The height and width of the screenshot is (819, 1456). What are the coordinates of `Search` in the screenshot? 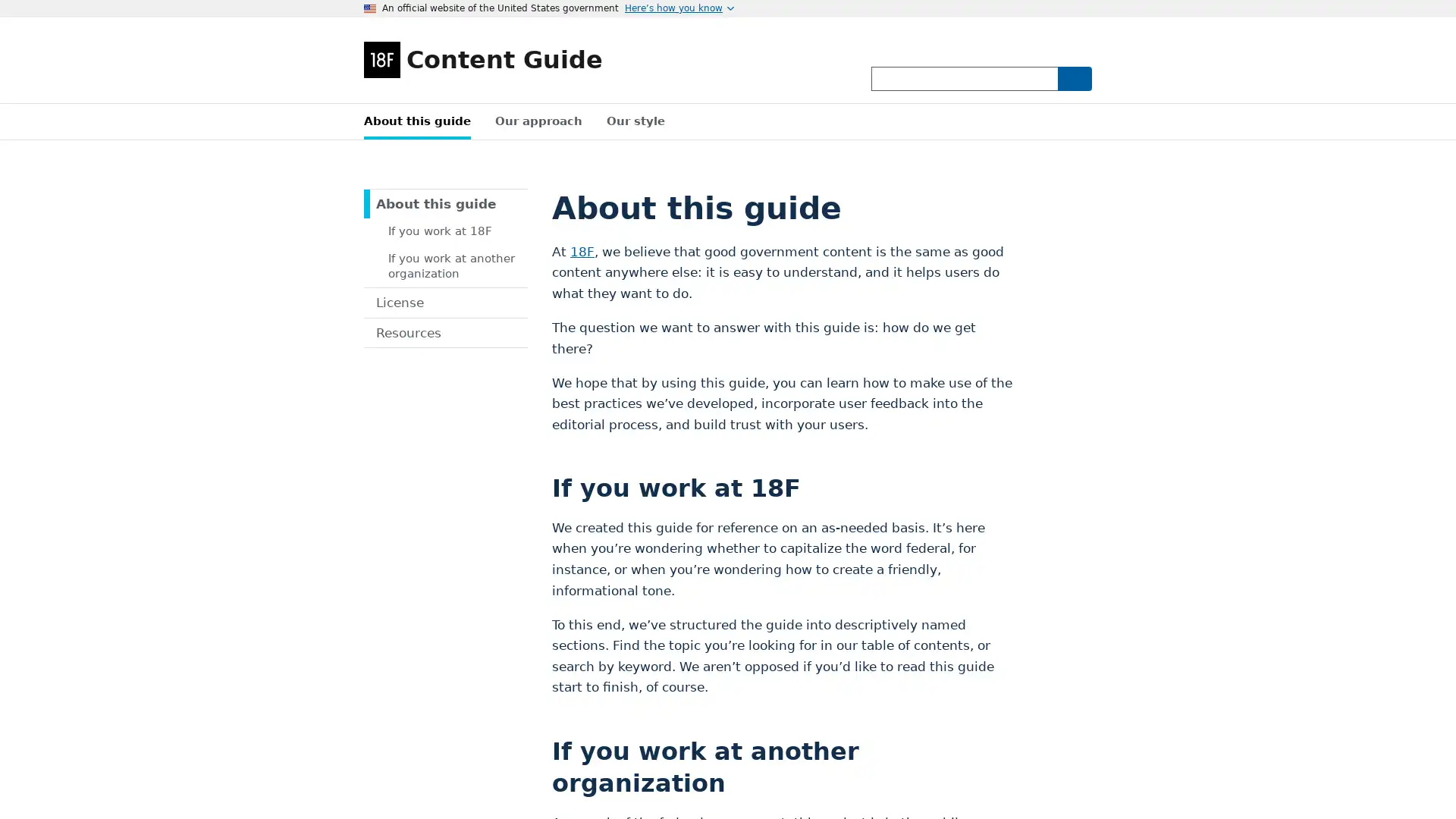 It's located at (1073, 78).